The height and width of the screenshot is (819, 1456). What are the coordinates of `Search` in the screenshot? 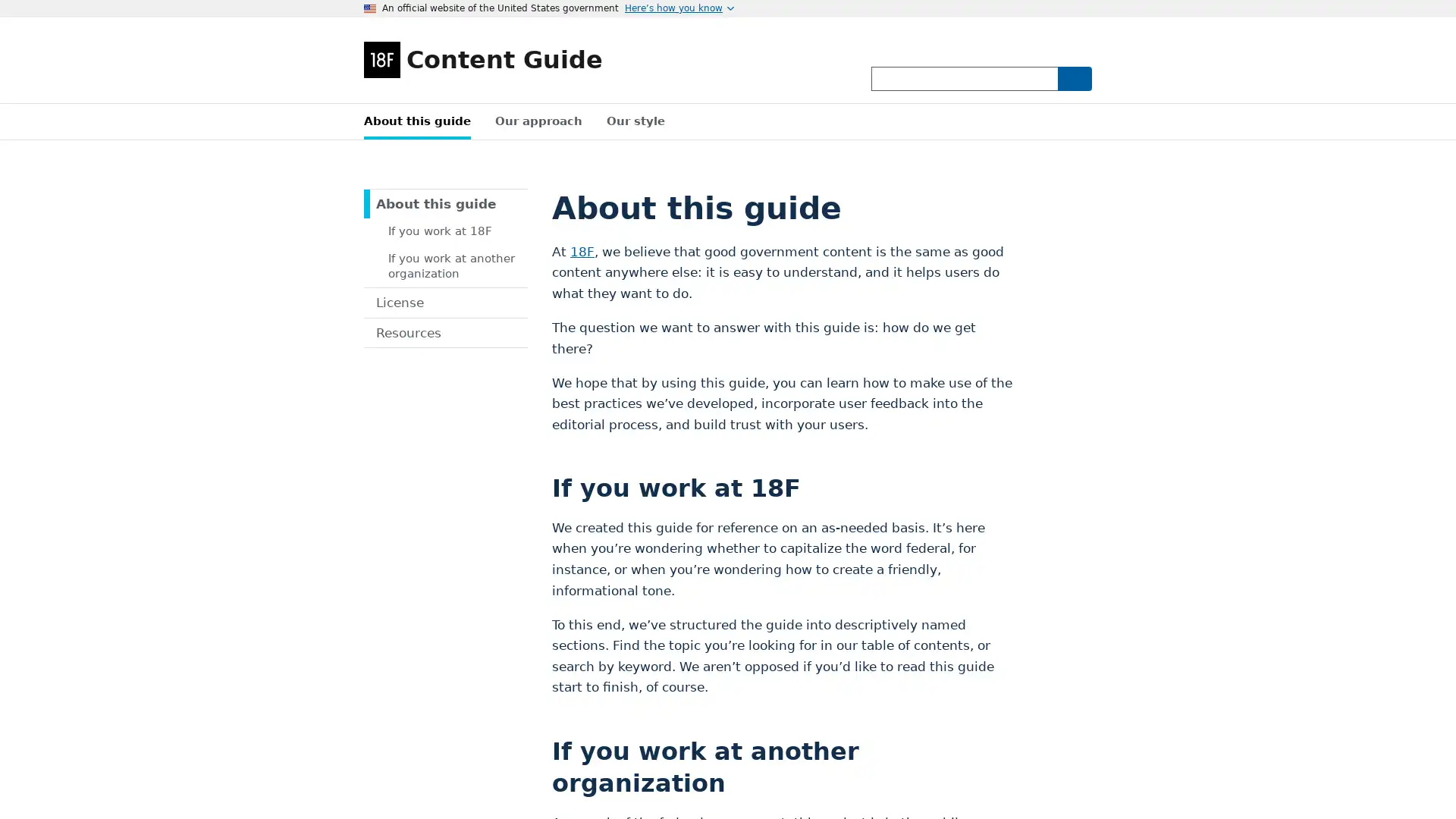 It's located at (1073, 78).